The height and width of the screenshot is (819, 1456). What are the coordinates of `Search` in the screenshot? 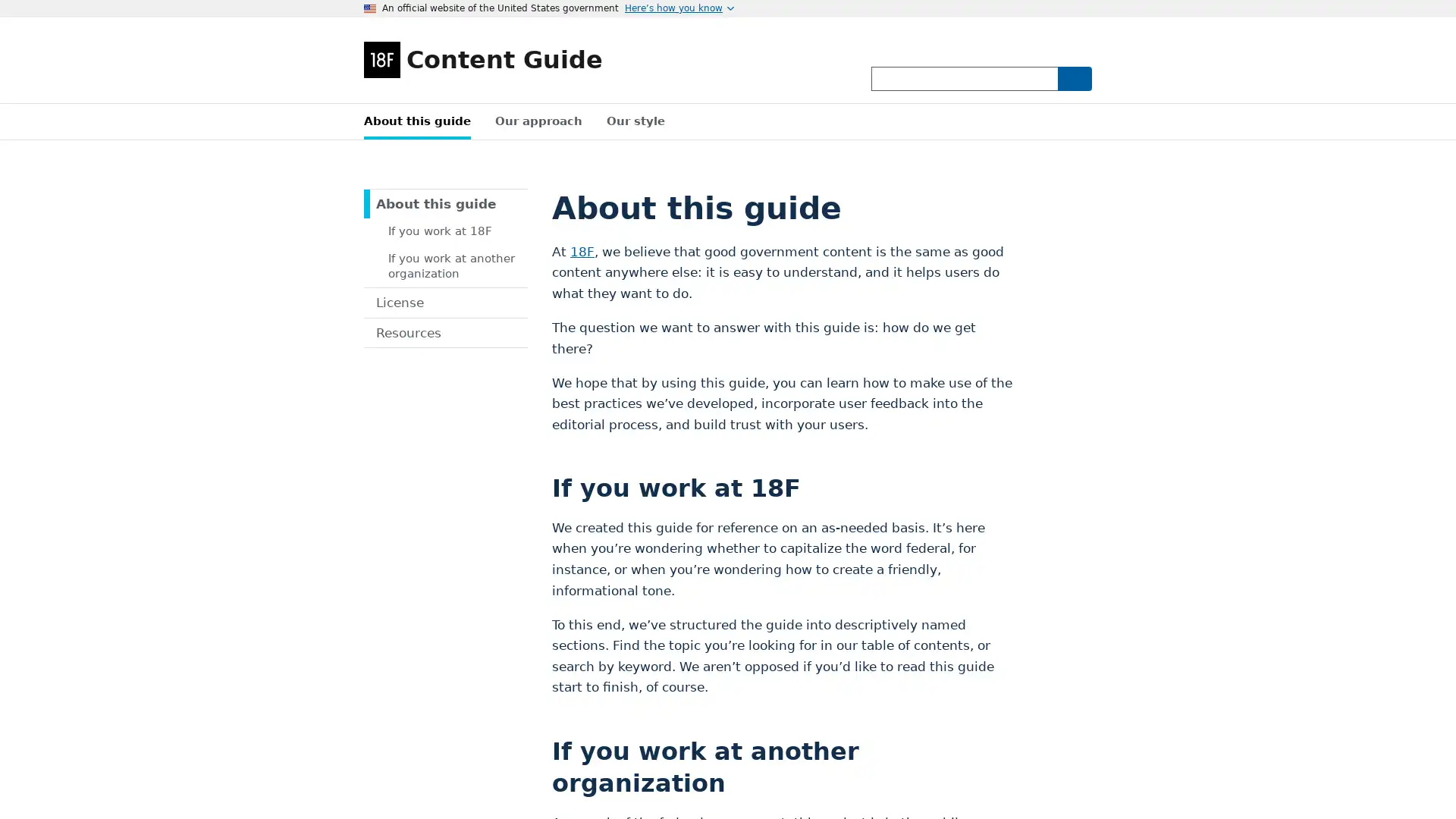 It's located at (1073, 78).